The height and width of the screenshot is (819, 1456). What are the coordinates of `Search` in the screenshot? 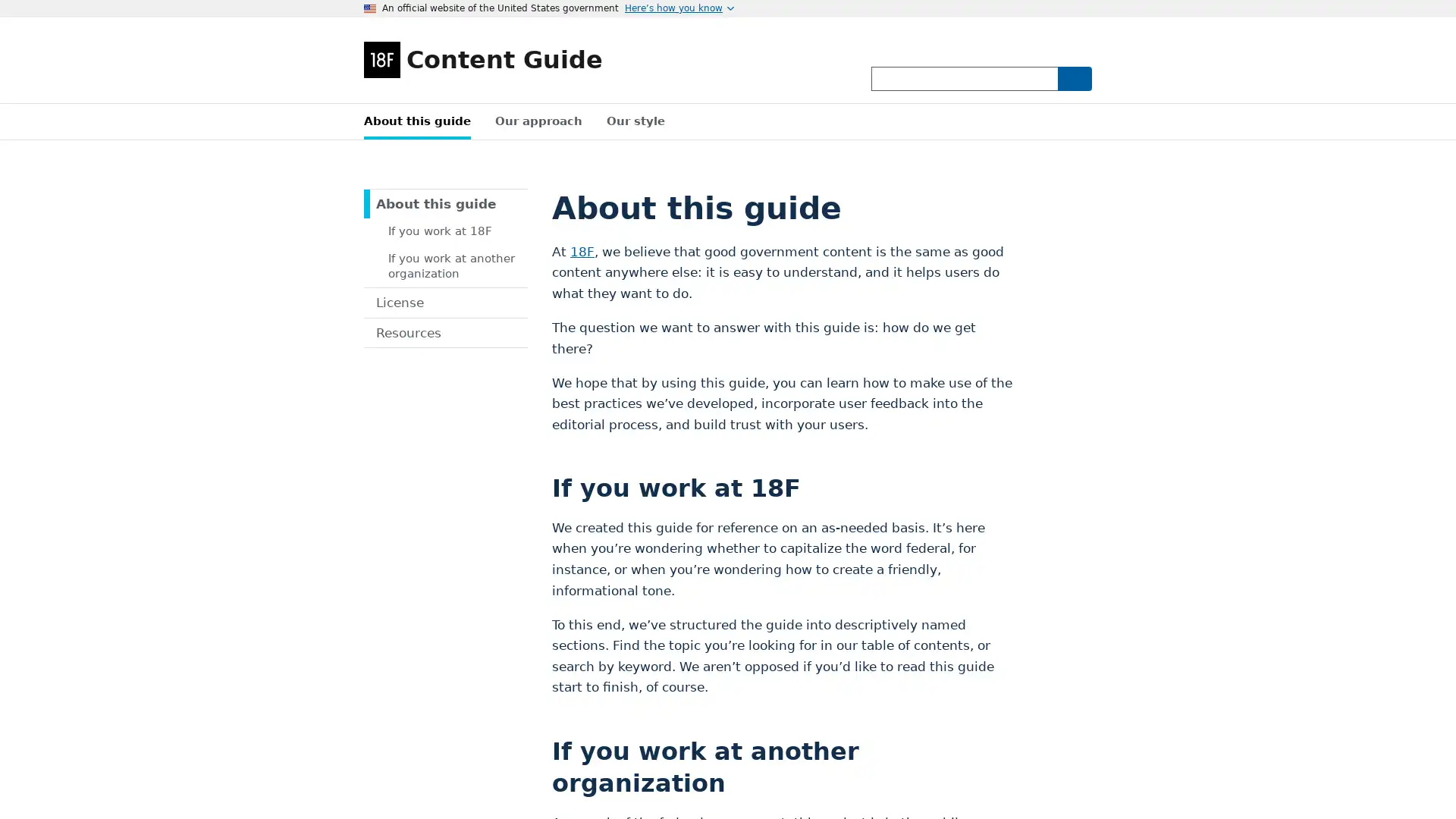 It's located at (1073, 78).